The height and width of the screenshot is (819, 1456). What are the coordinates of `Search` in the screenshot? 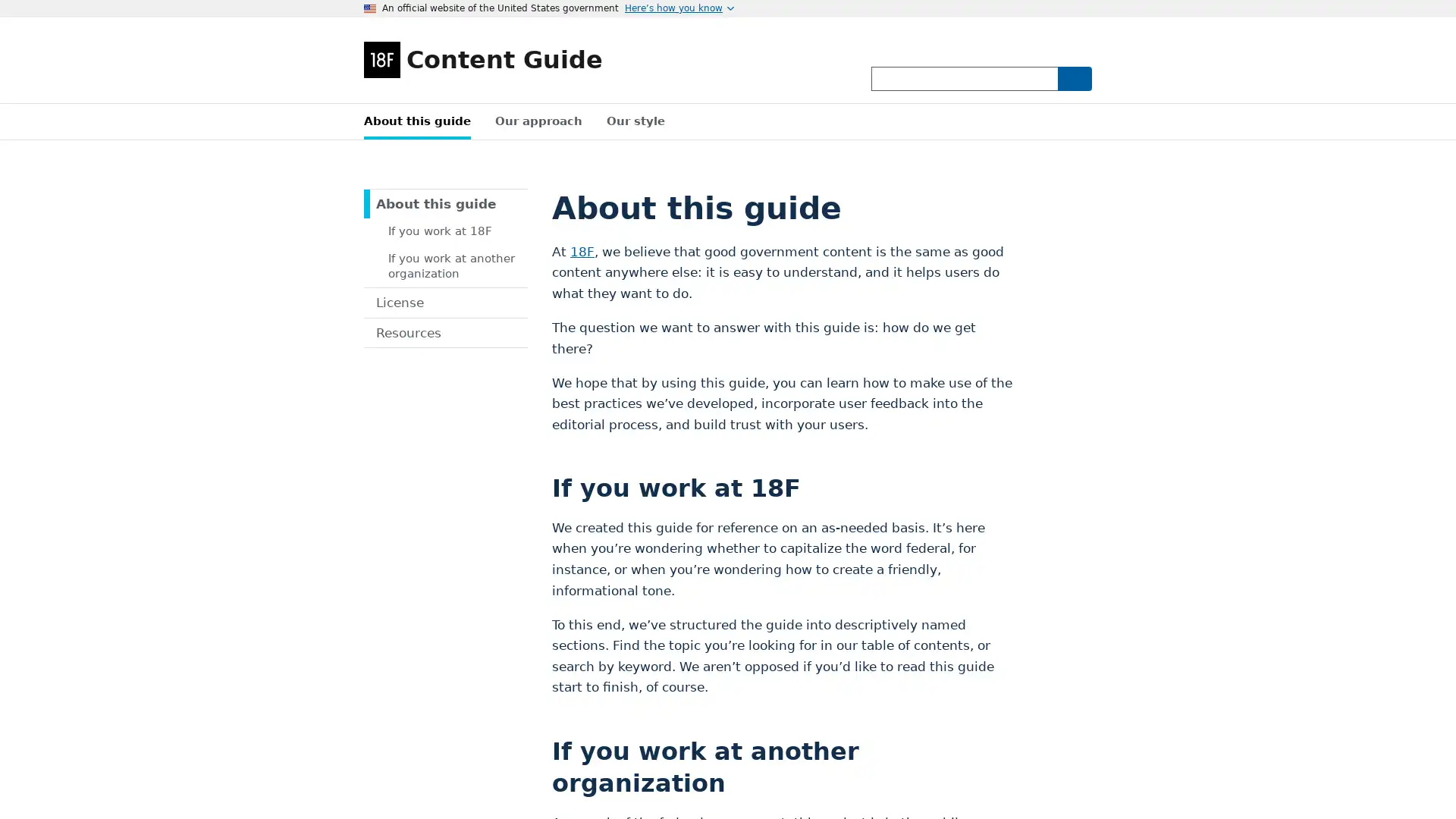 It's located at (1073, 78).